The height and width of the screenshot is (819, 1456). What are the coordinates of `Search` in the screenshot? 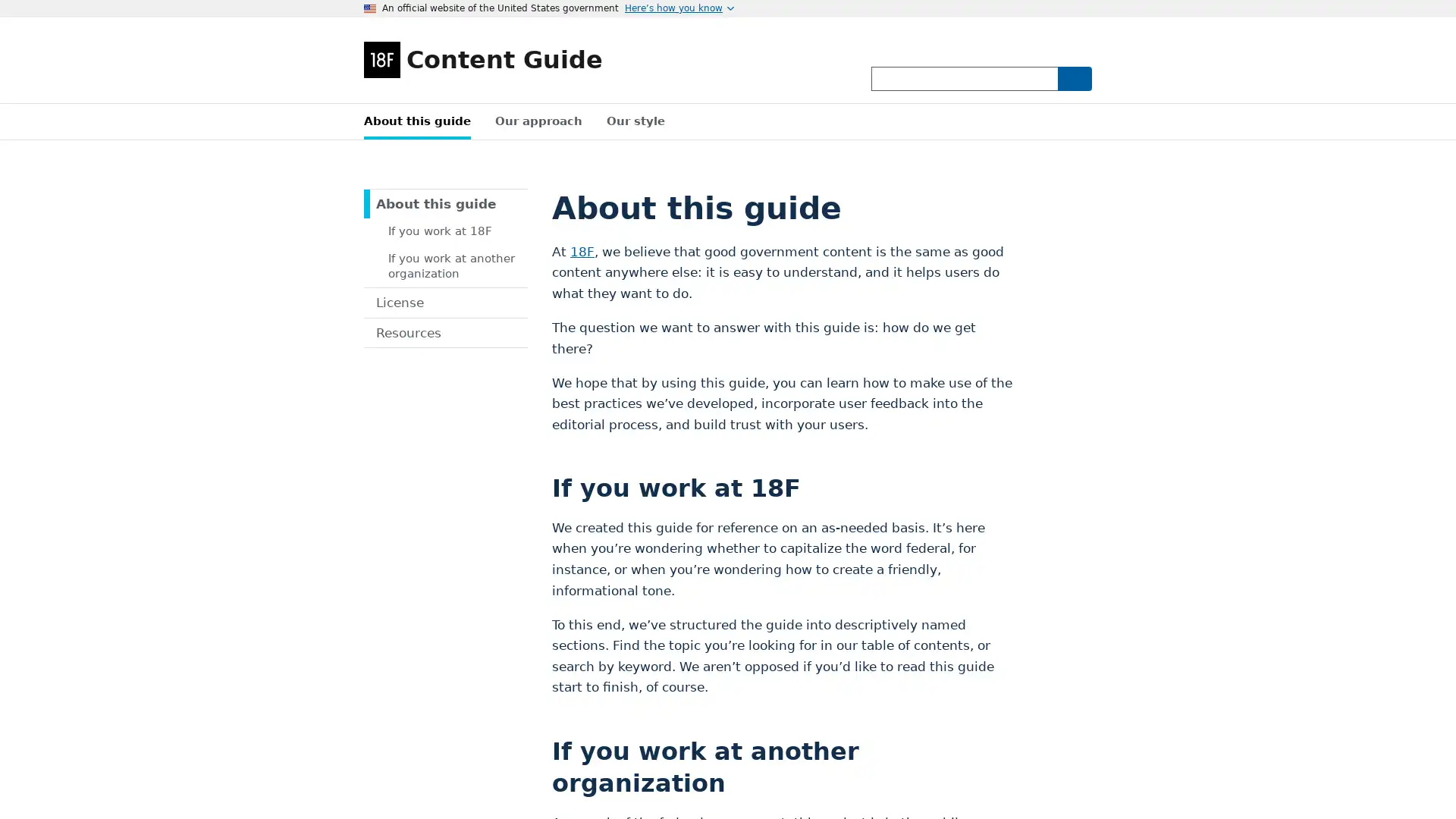 It's located at (1073, 78).